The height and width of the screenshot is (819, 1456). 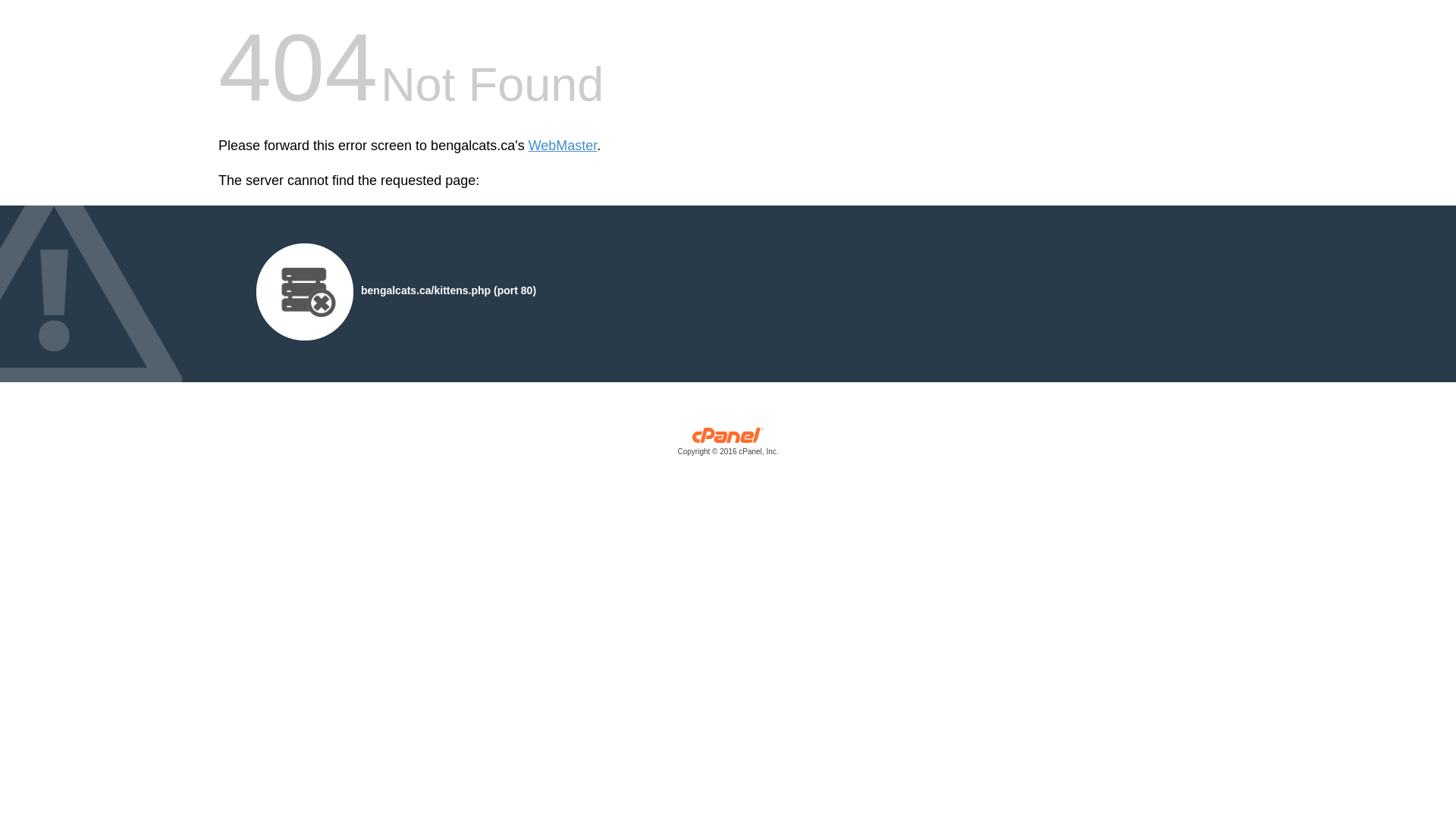 I want to click on 'WebMaster', so click(x=562, y=146).